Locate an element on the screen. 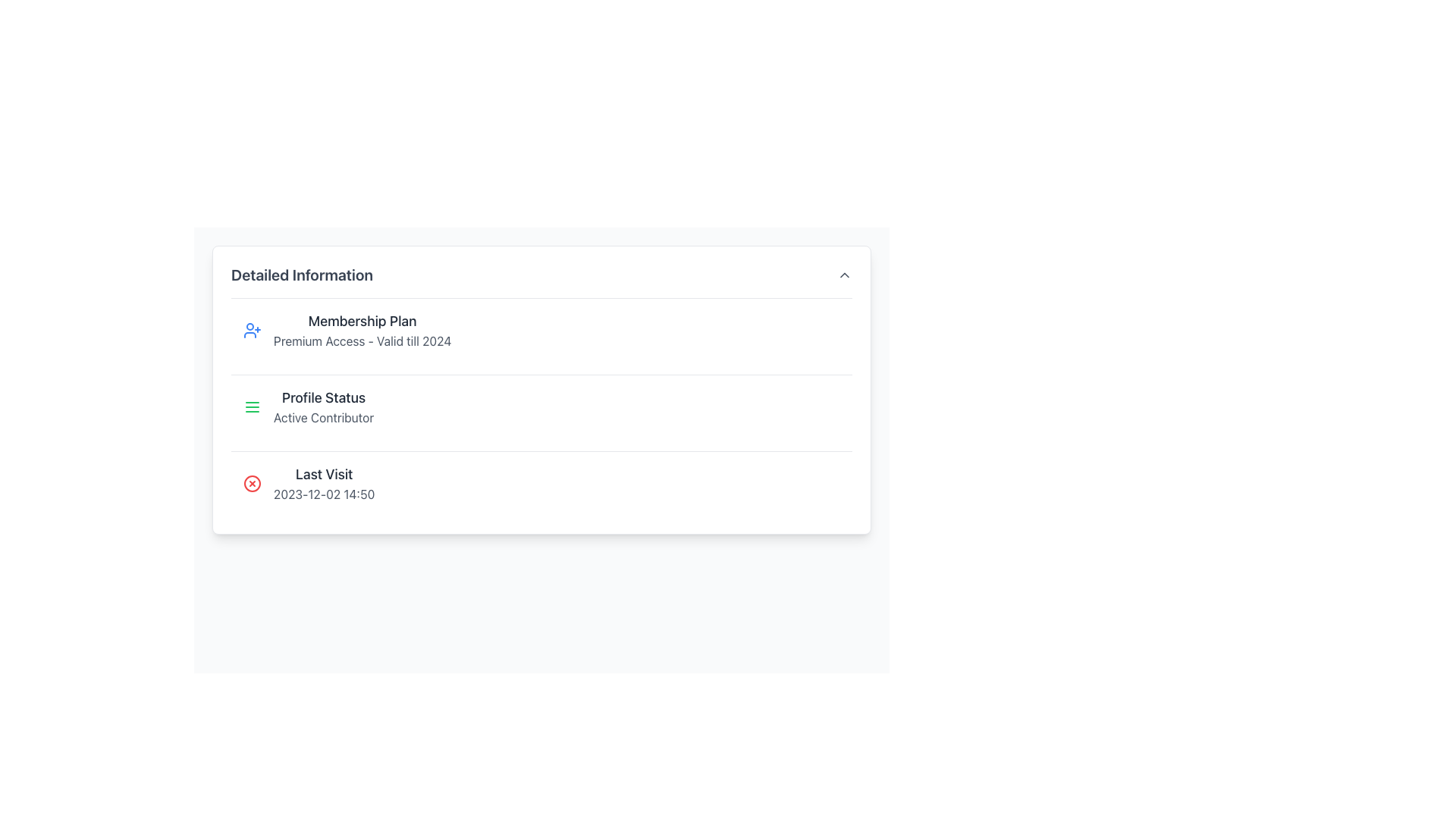 The width and height of the screenshot is (1456, 819). the Informational section that displays the profile's current status, located below the 'Membership Plan' and above 'Last Visit' is located at coordinates (541, 406).